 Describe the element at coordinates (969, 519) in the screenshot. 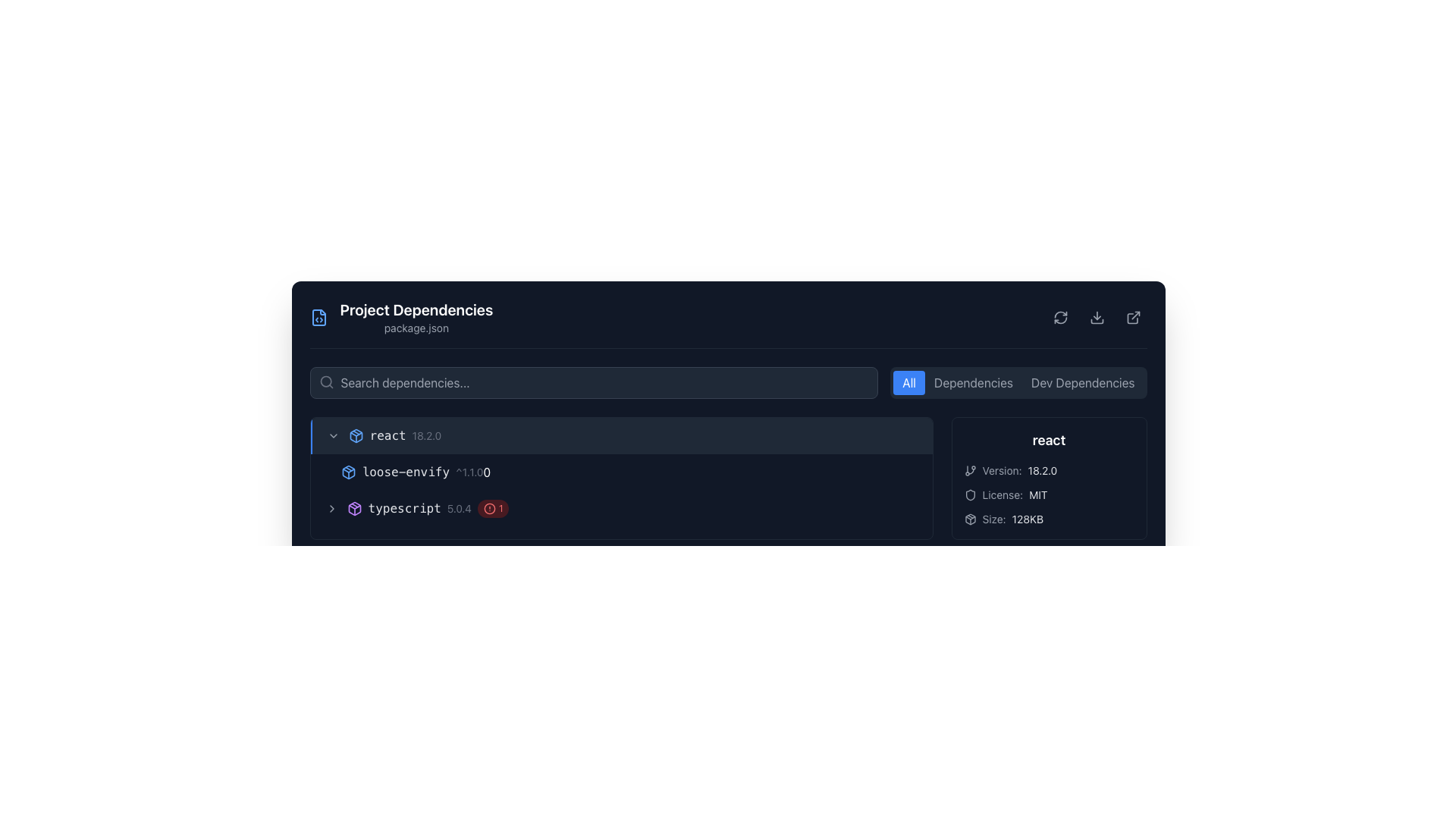

I see `the visual representation of the gray package box icon located at the beginning of the information block titled 'Size: 128KB' beneath the label 'react'` at that location.